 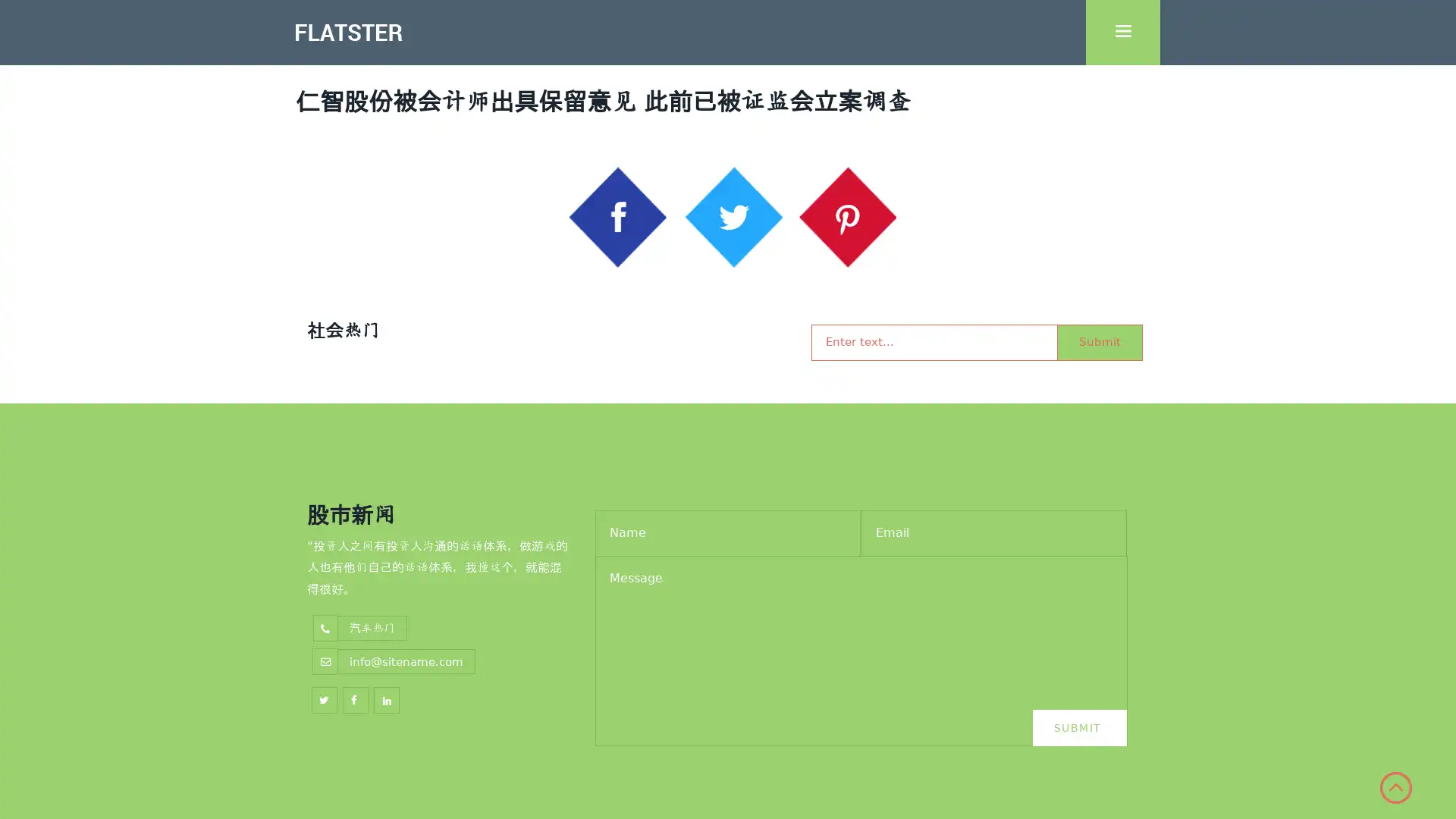 I want to click on Submit, so click(x=1093, y=342).